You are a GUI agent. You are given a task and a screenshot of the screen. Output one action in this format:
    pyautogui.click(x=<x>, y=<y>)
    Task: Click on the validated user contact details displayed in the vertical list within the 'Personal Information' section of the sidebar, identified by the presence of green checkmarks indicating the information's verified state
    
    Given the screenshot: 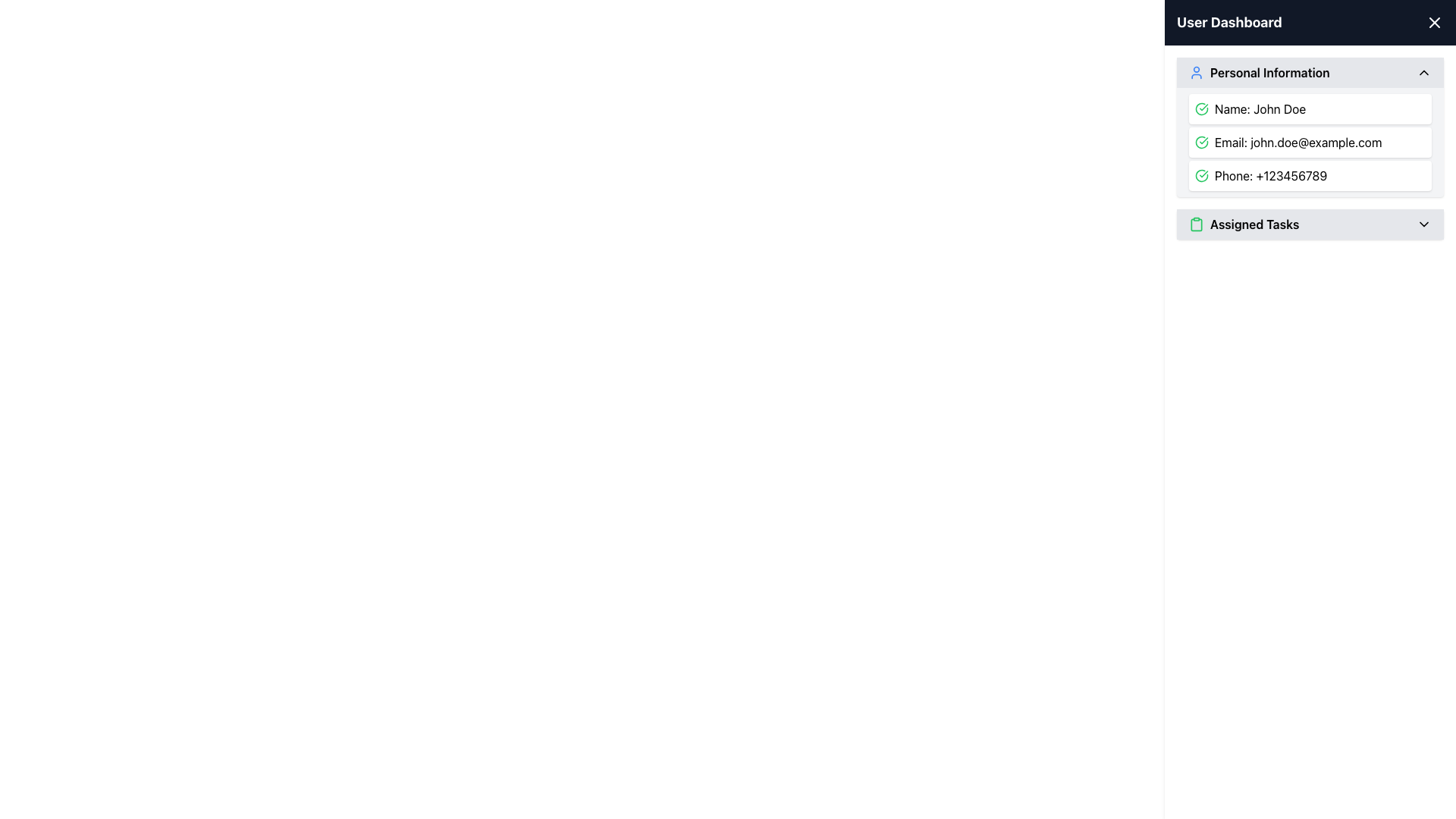 What is the action you would take?
    pyautogui.click(x=1310, y=143)
    